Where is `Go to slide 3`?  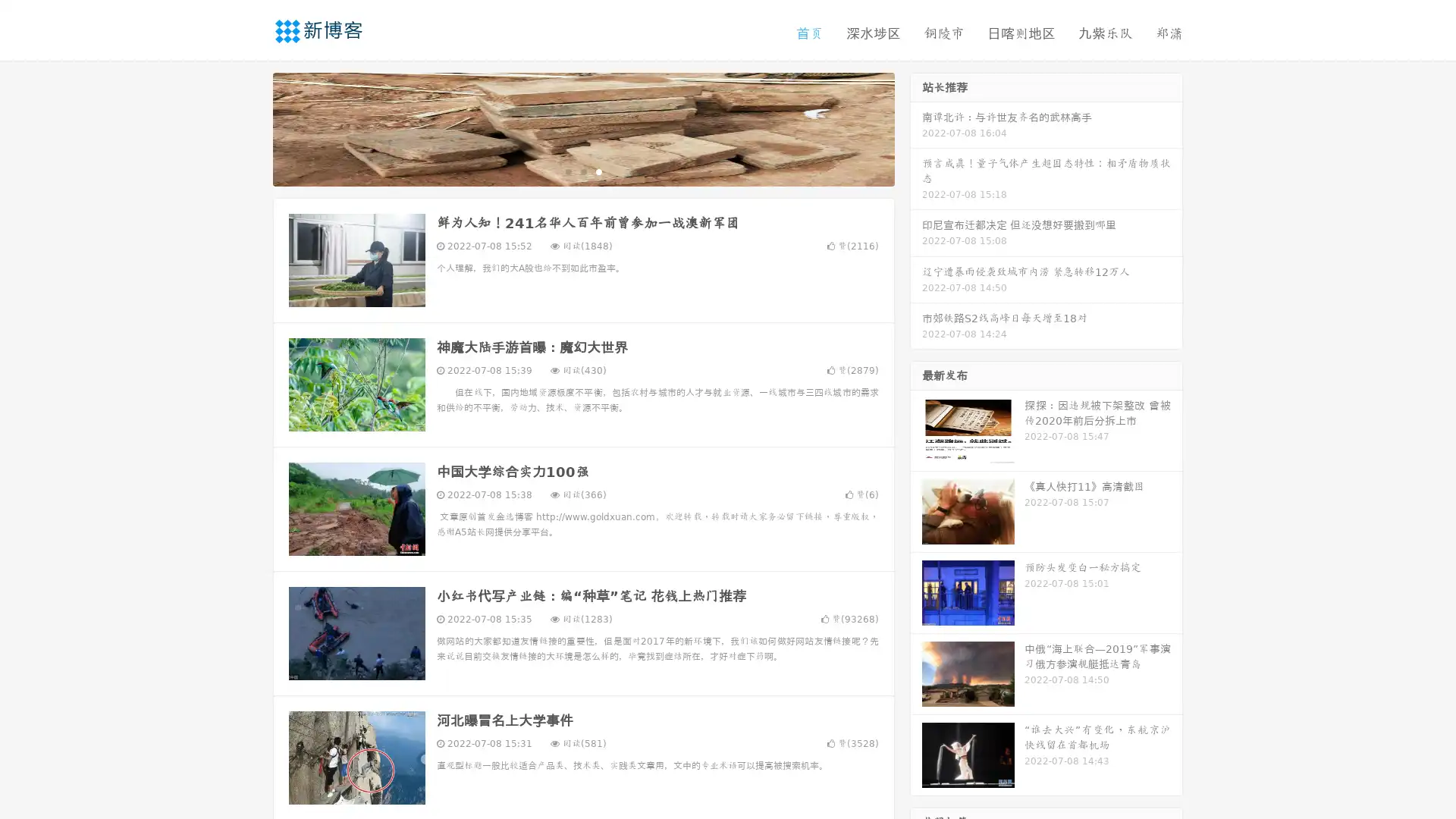
Go to slide 3 is located at coordinates (598, 171).